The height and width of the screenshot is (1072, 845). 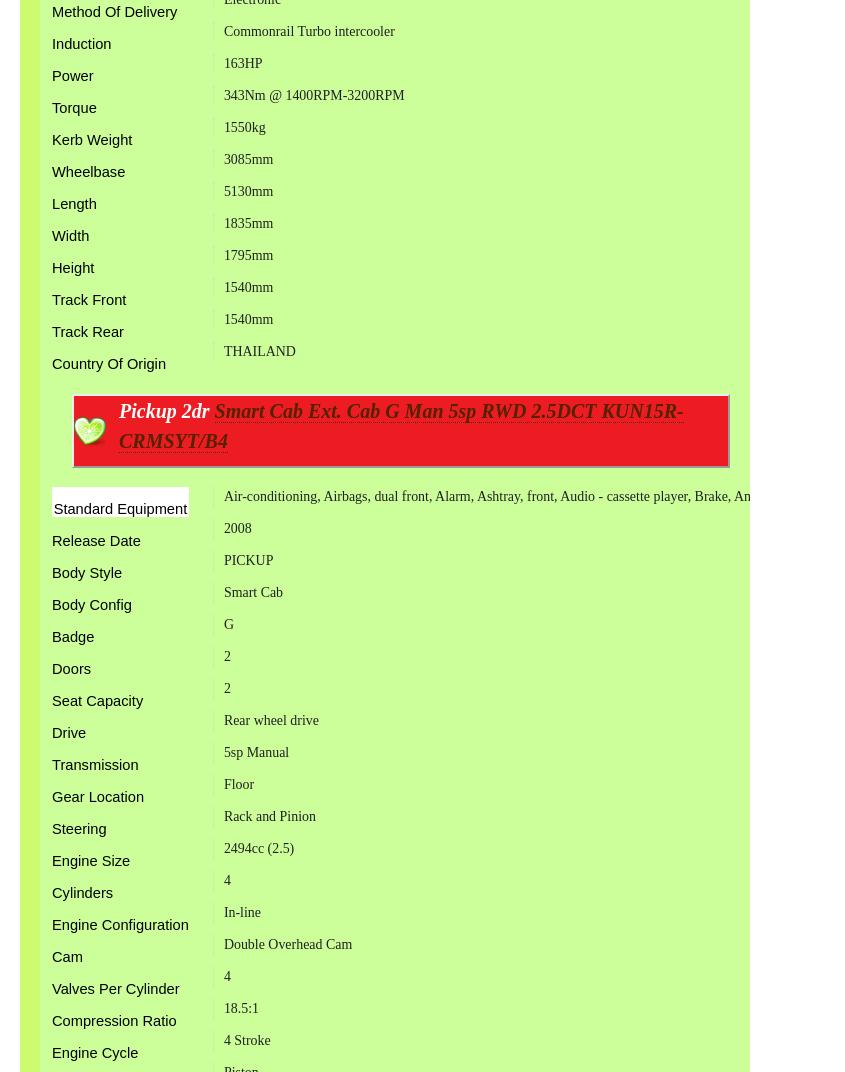 What do you see at coordinates (287, 942) in the screenshot?
I see `'Double Overhead Cam'` at bounding box center [287, 942].